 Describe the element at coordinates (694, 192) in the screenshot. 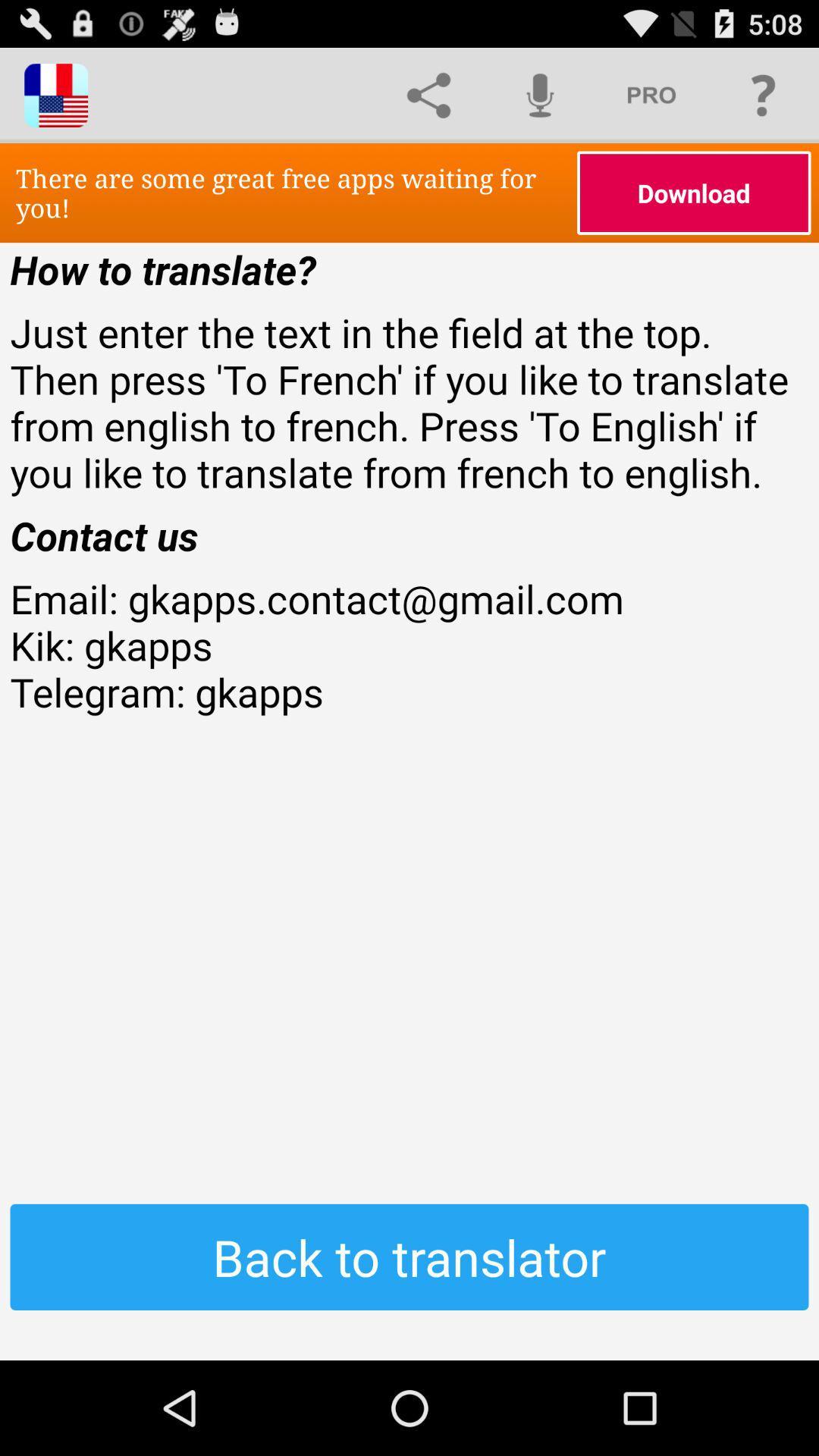

I see `icon above how to translate? icon` at that location.